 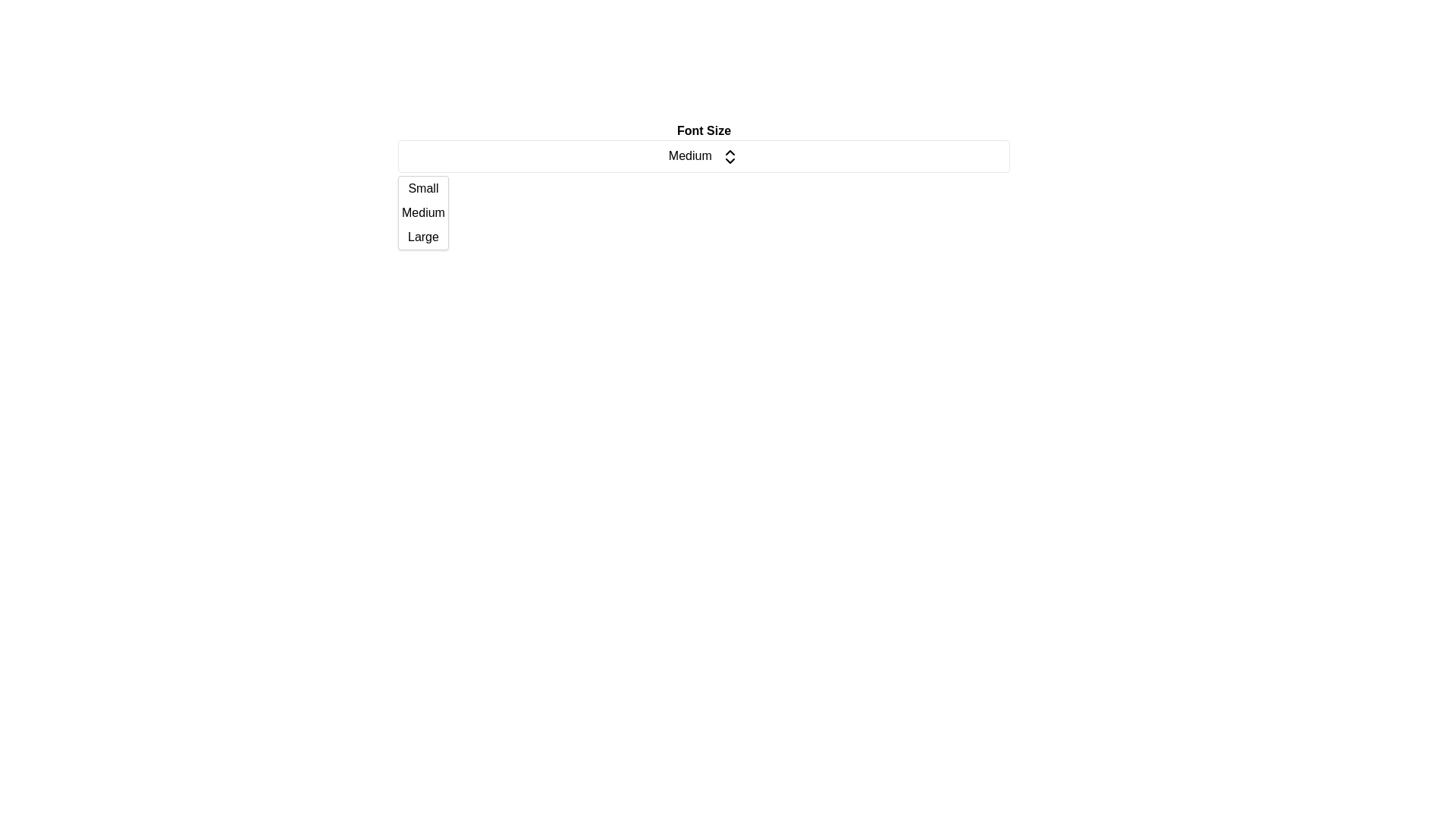 I want to click on to select the 'Medium' option in the dropdown menu, which is the second item in a vertical list of three options: 'Small', 'Medium', and 'Large', so click(x=423, y=212).